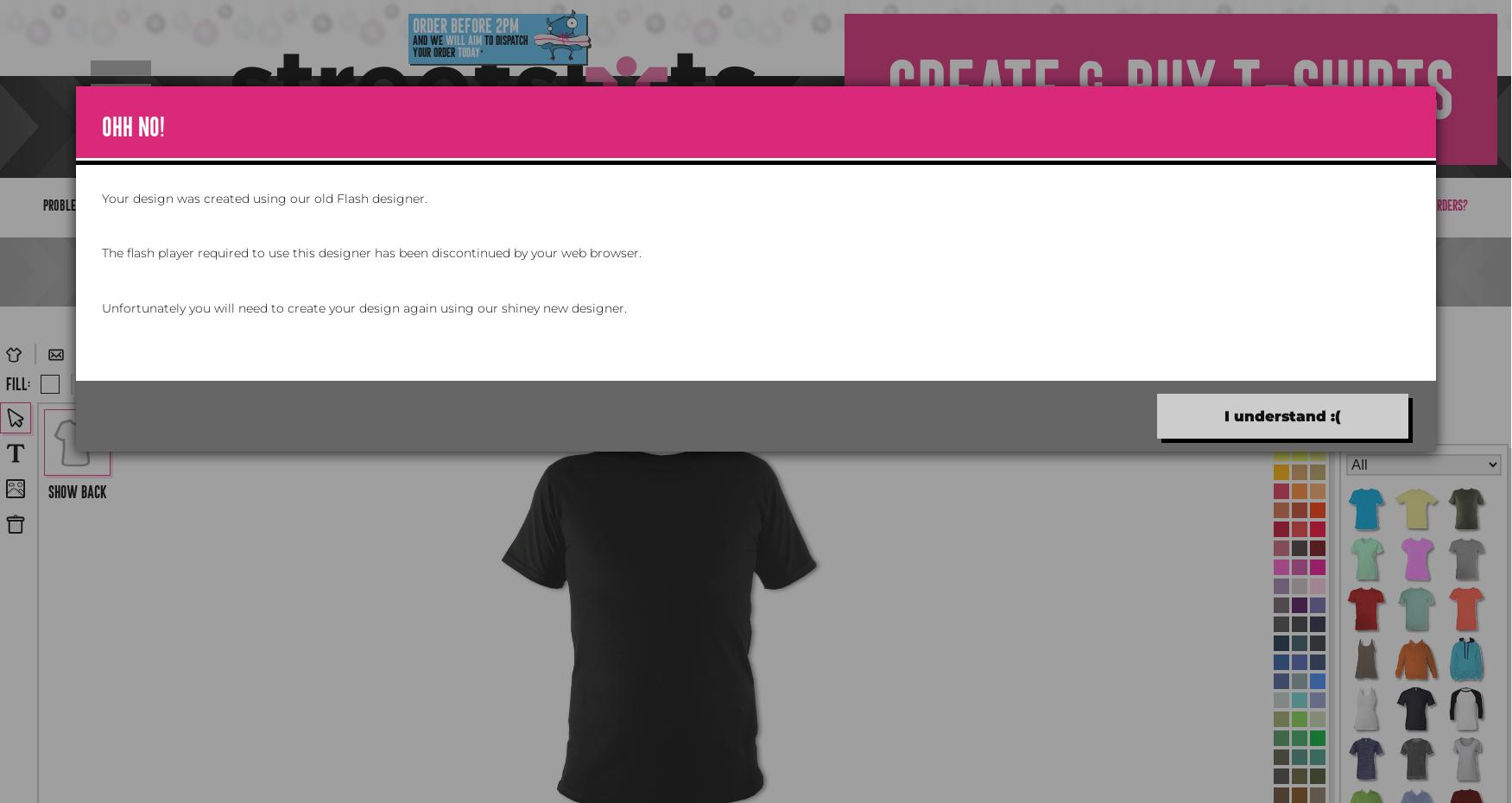  I want to click on 'Order before 2pm', so click(464, 24).